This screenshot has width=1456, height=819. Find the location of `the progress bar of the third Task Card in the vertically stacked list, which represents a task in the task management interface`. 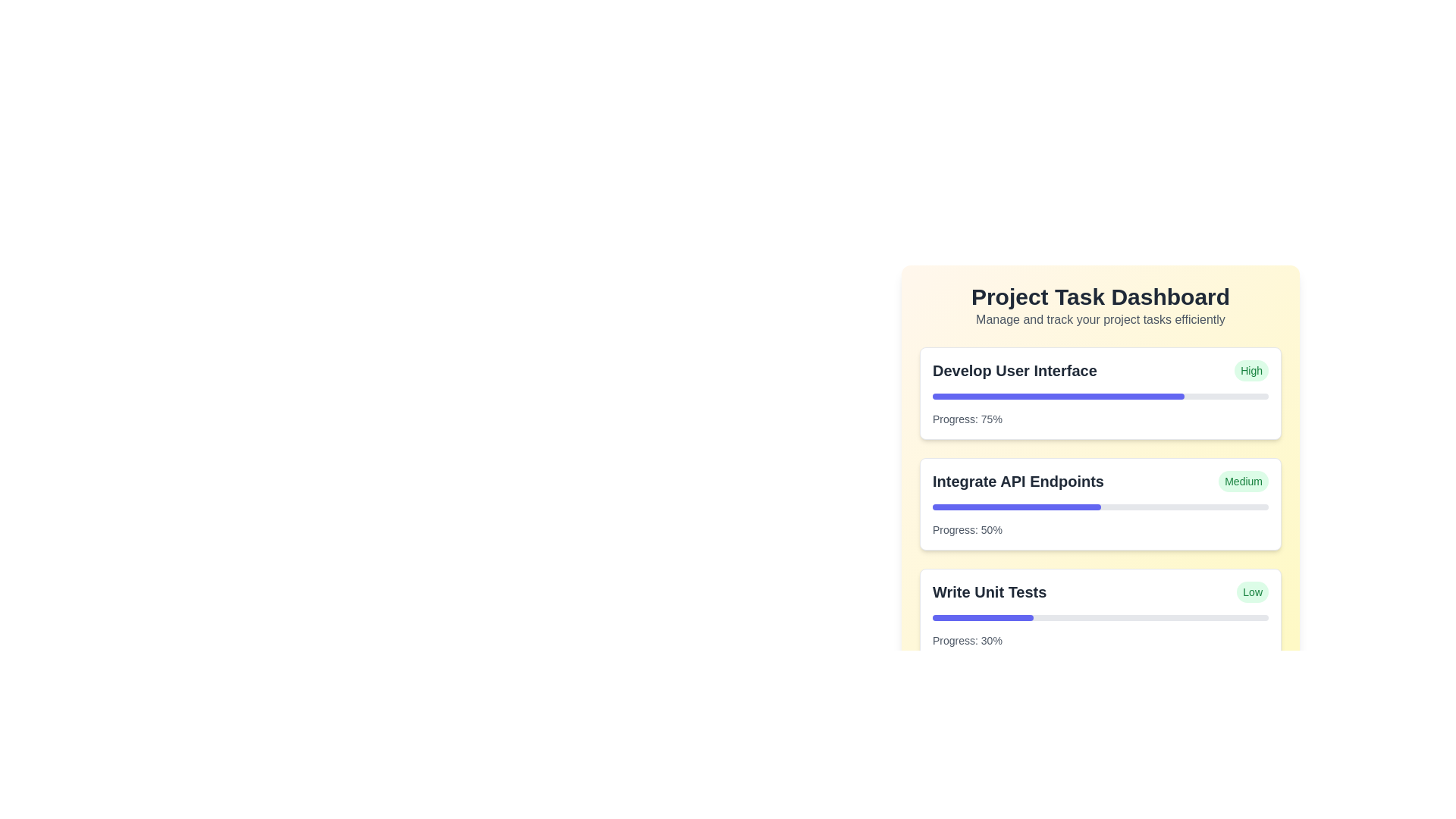

the progress bar of the third Task Card in the vertically stacked list, which represents a task in the task management interface is located at coordinates (1100, 614).